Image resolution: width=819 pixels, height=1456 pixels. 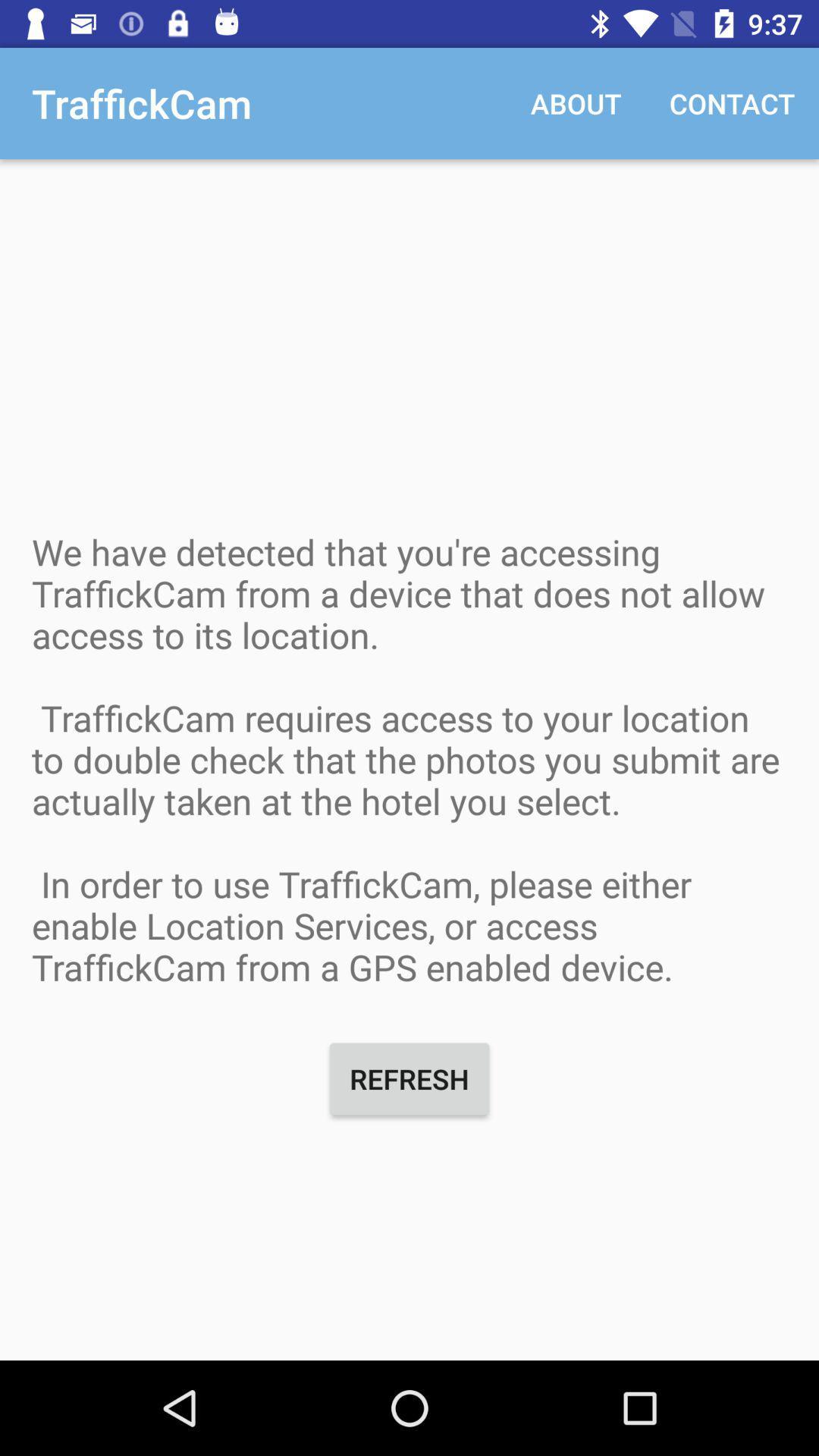 I want to click on item above we have detected, so click(x=731, y=102).